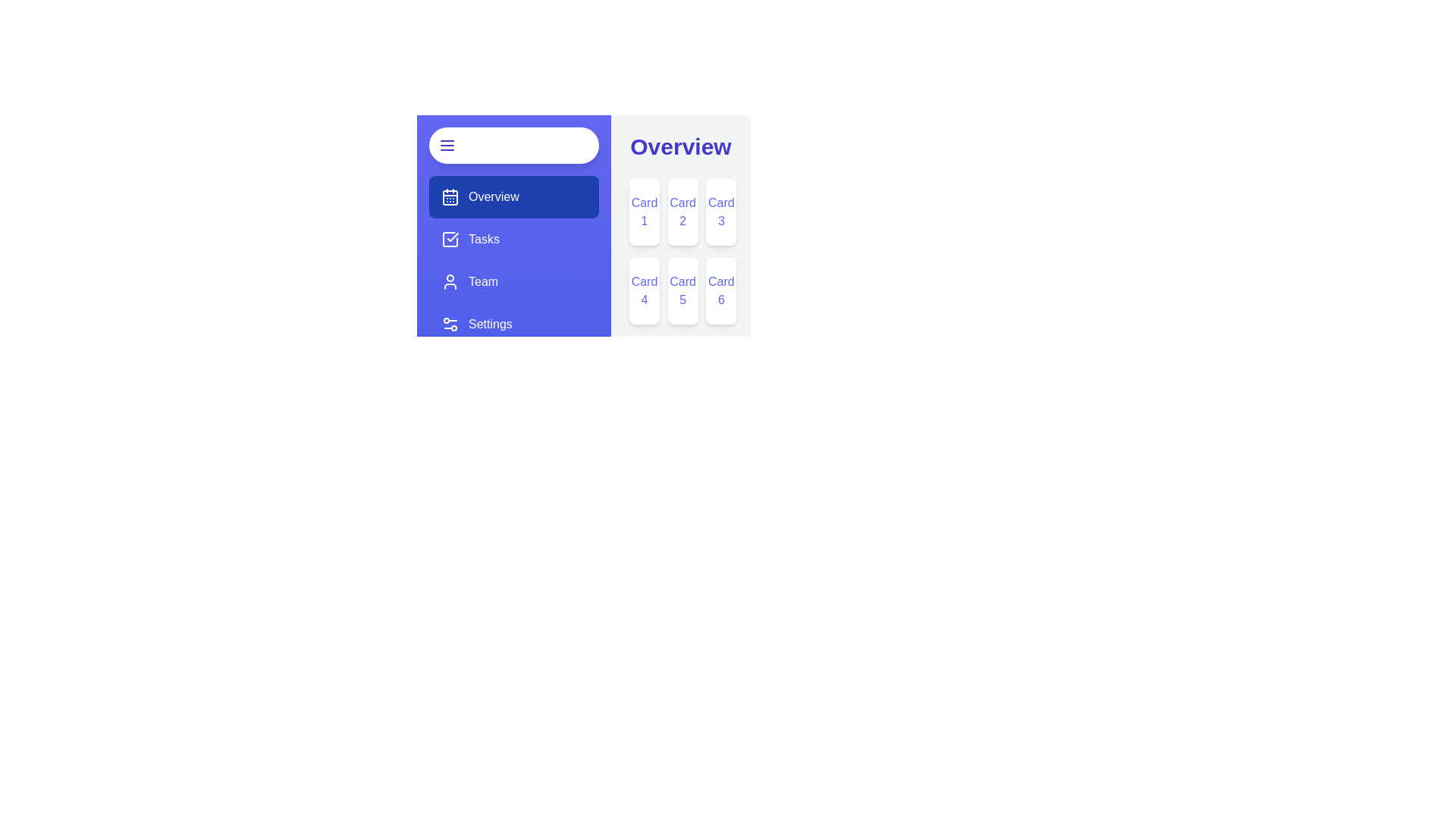  What do you see at coordinates (513, 196) in the screenshot?
I see `the tab labeled Overview from the sidebar` at bounding box center [513, 196].